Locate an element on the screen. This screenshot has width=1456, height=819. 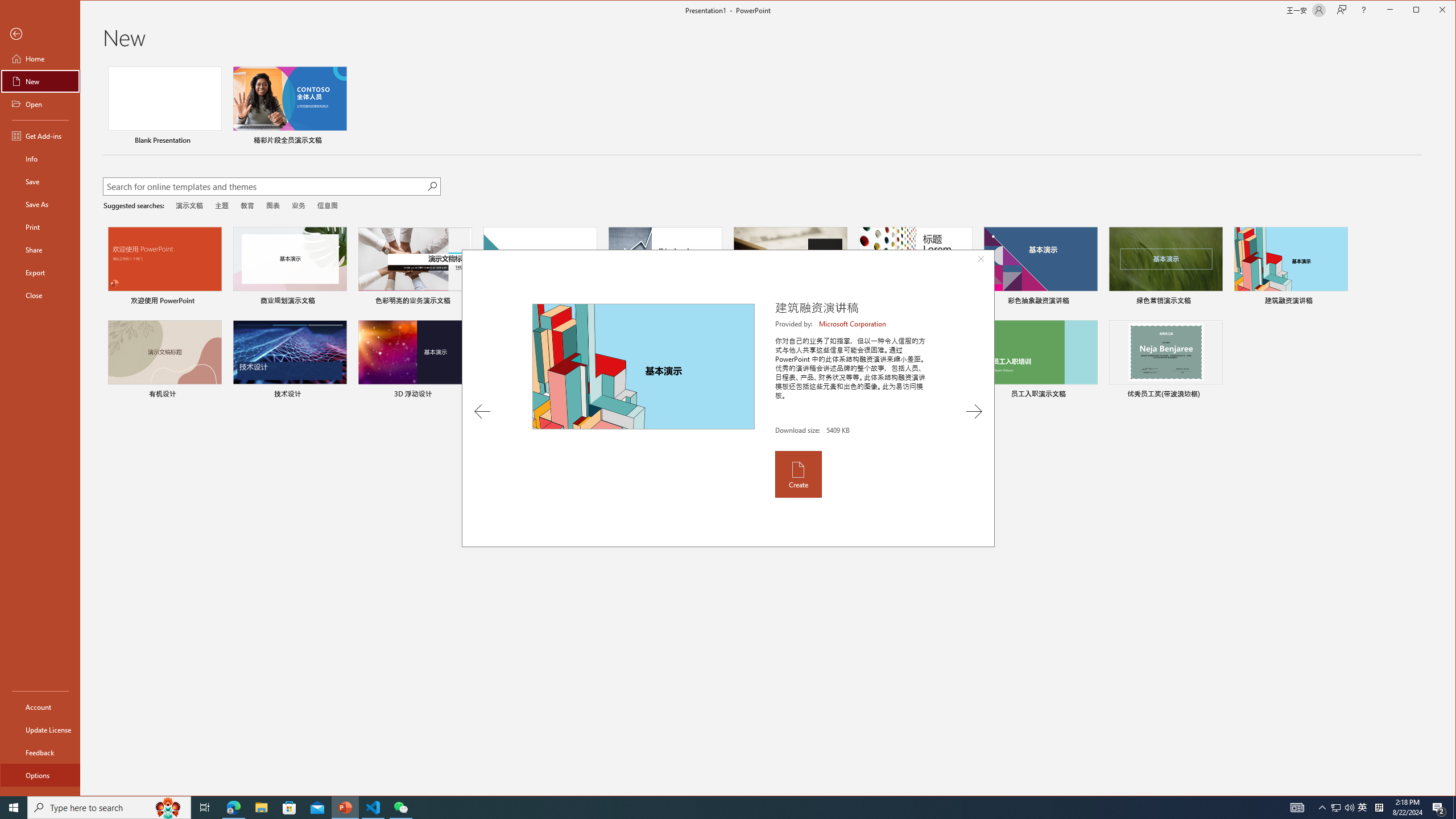
'New' is located at coordinates (39, 80).